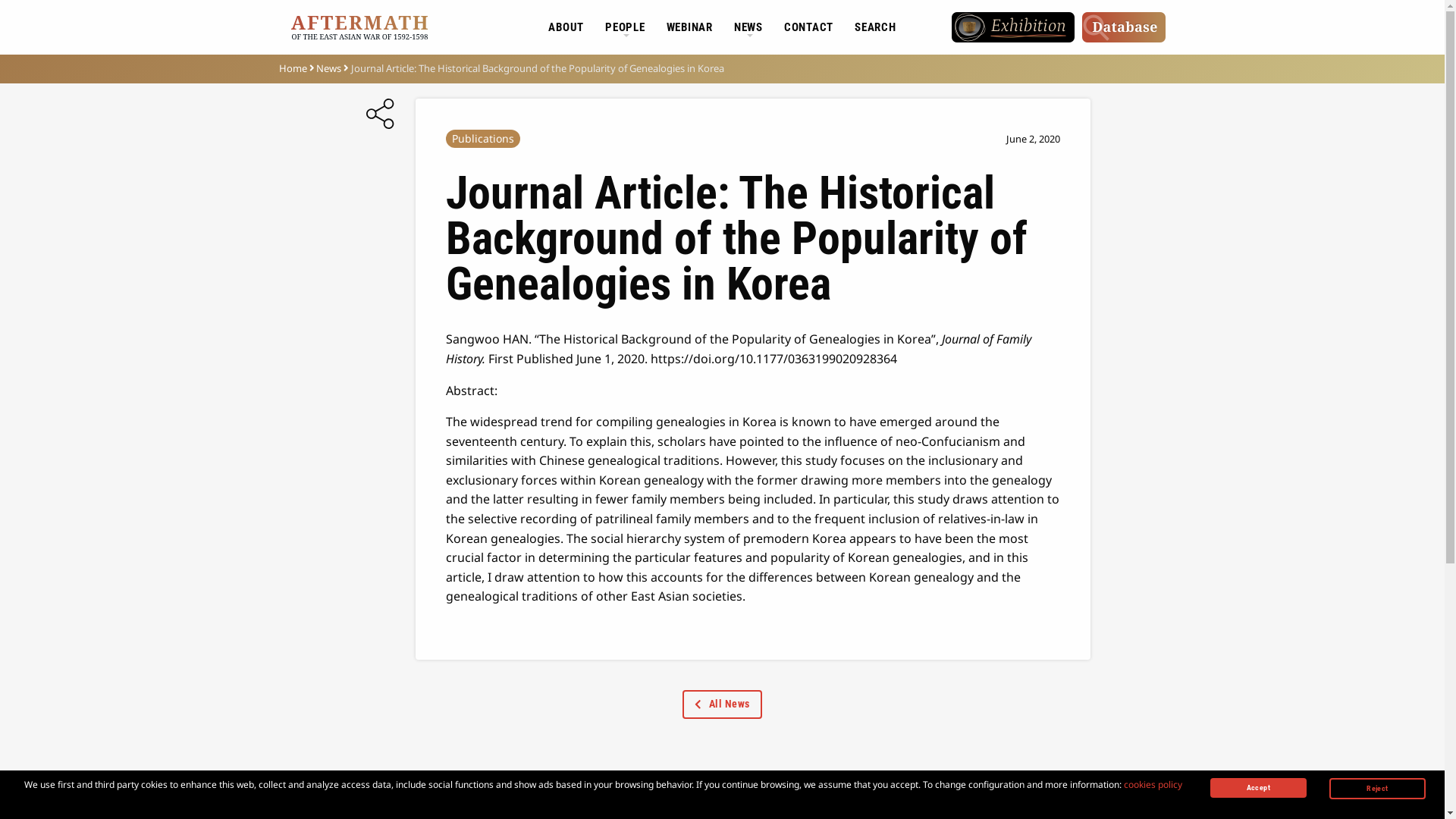 The image size is (1456, 819). I want to click on 'Publications', so click(482, 138).